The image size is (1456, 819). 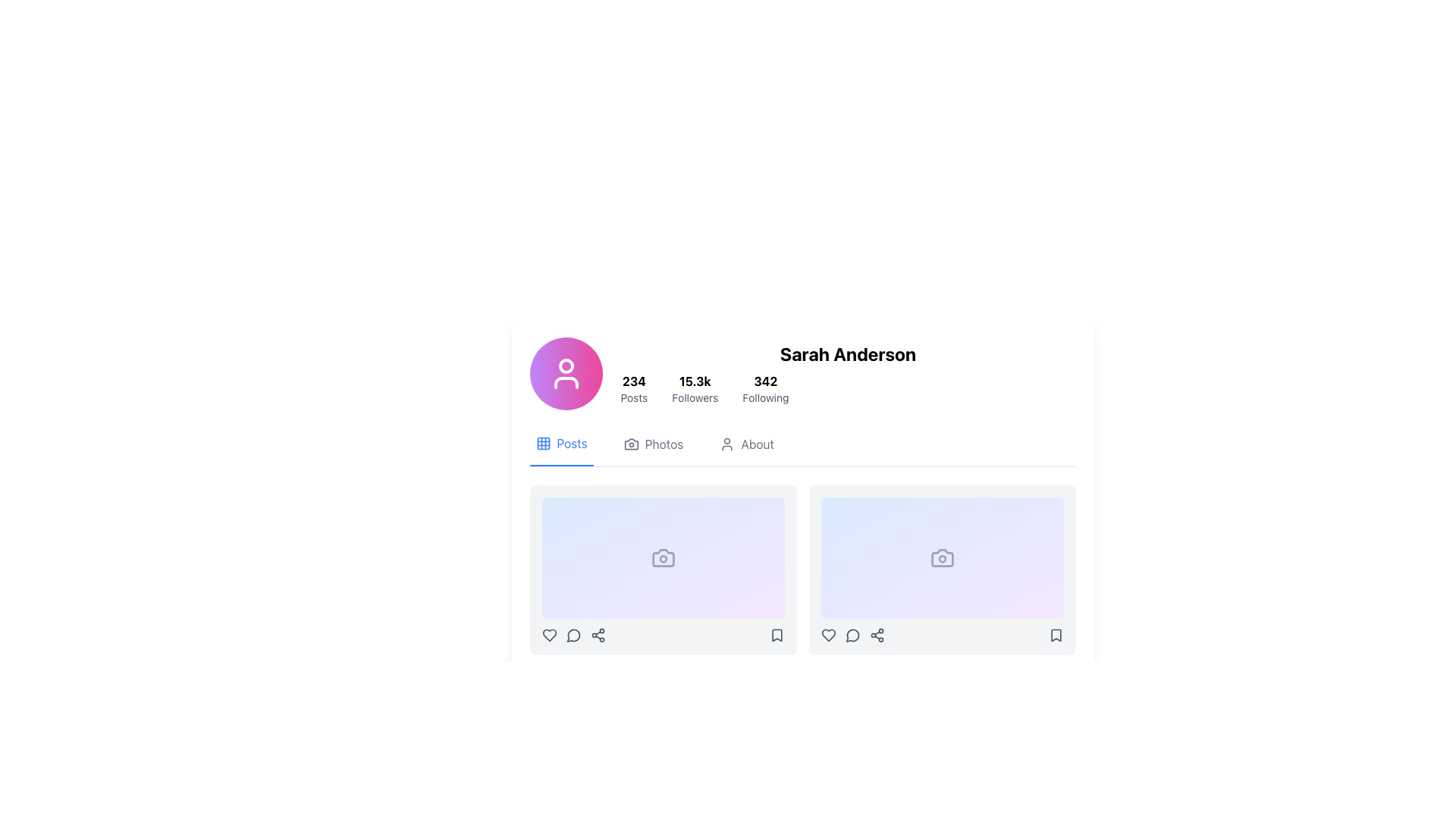 I want to click on the grid display option icon located to the left of the 'Posts' tab in the interface, so click(x=543, y=444).